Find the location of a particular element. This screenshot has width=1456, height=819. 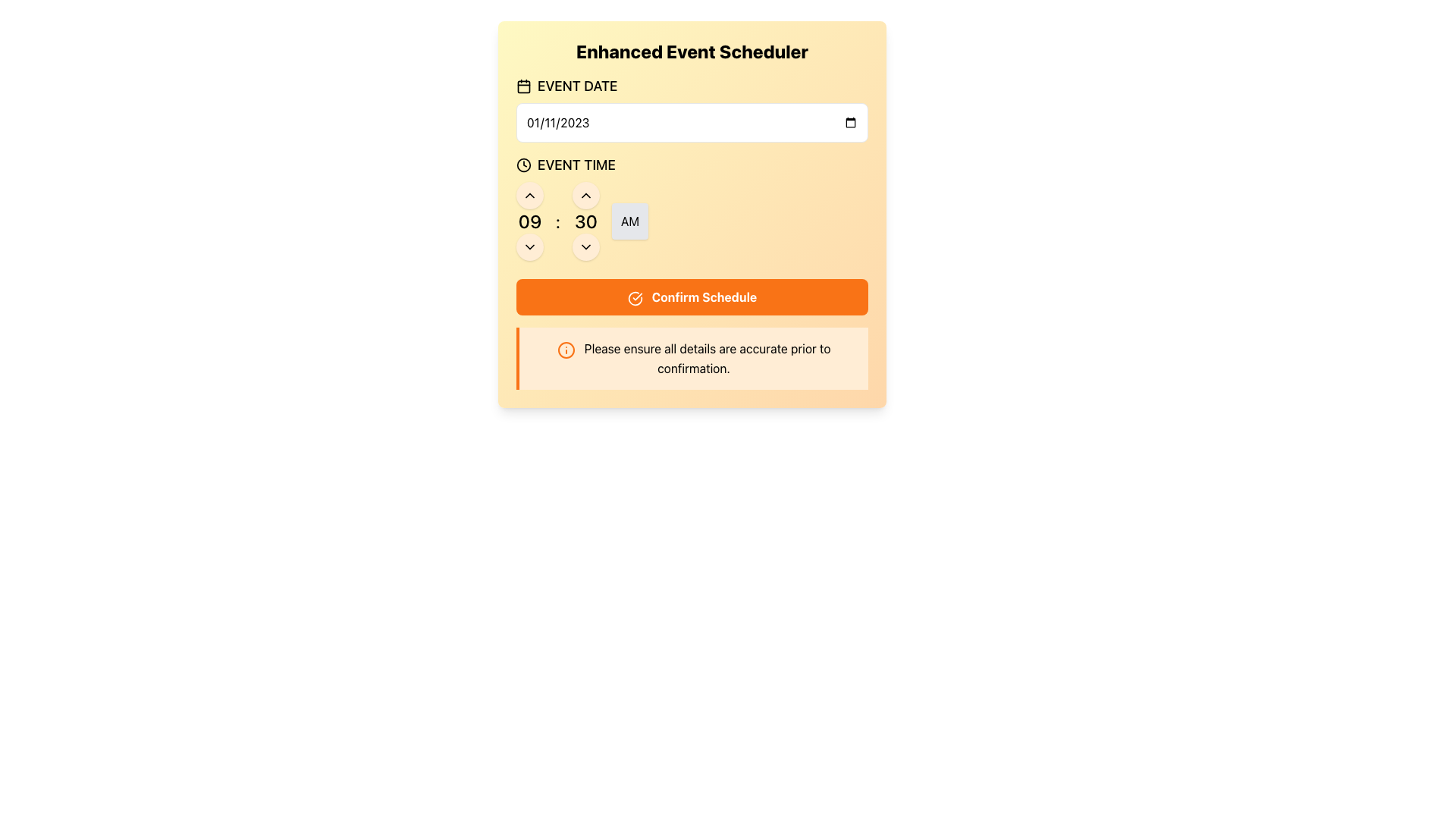

the static text display that shows the currently selected hour in the event scheduling interface, located to the left of the ':' separator in the time selection section is located at coordinates (530, 221).